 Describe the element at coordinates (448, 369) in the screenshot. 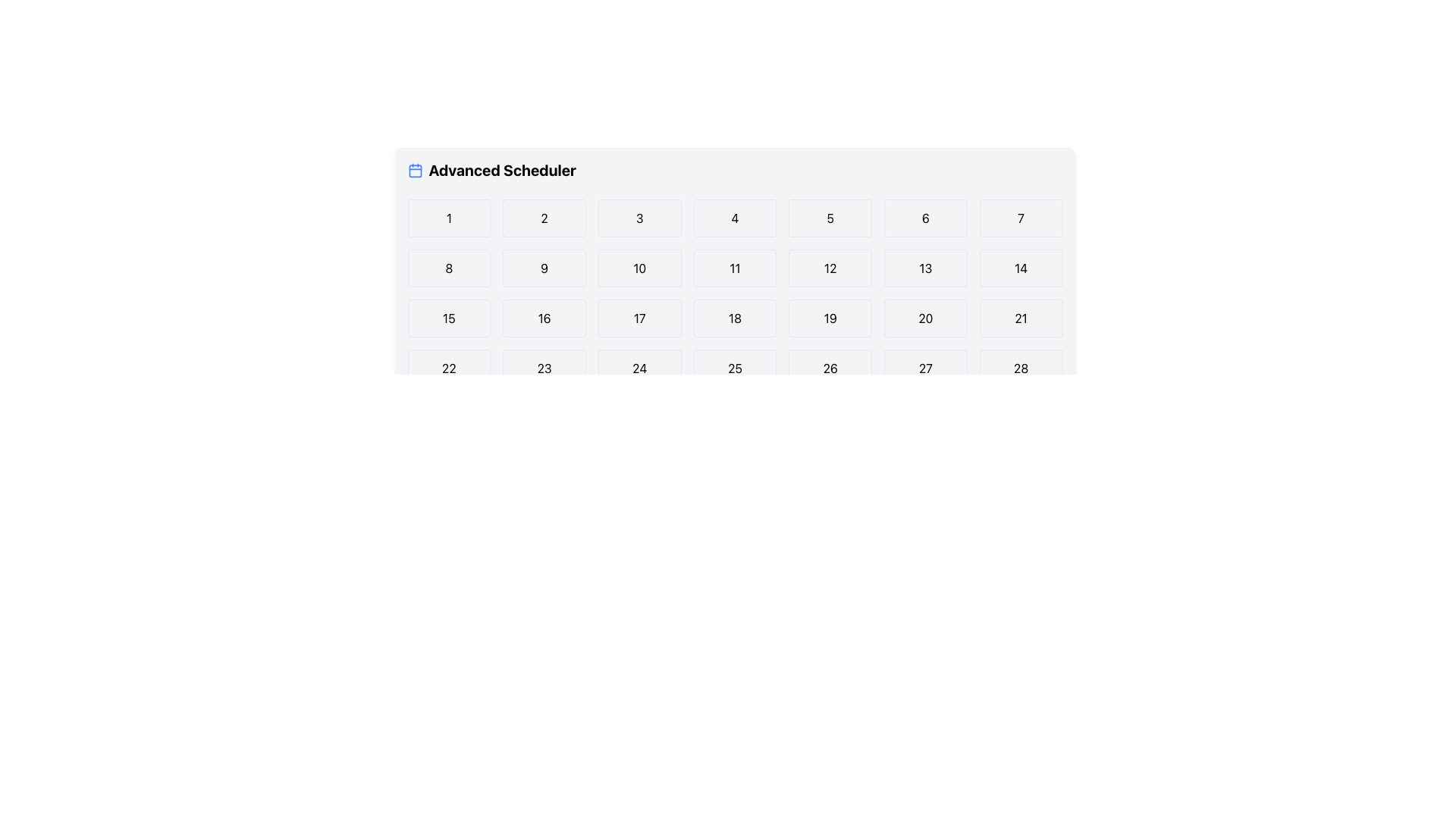

I see `the button-like grid item displaying the number '22'` at that location.